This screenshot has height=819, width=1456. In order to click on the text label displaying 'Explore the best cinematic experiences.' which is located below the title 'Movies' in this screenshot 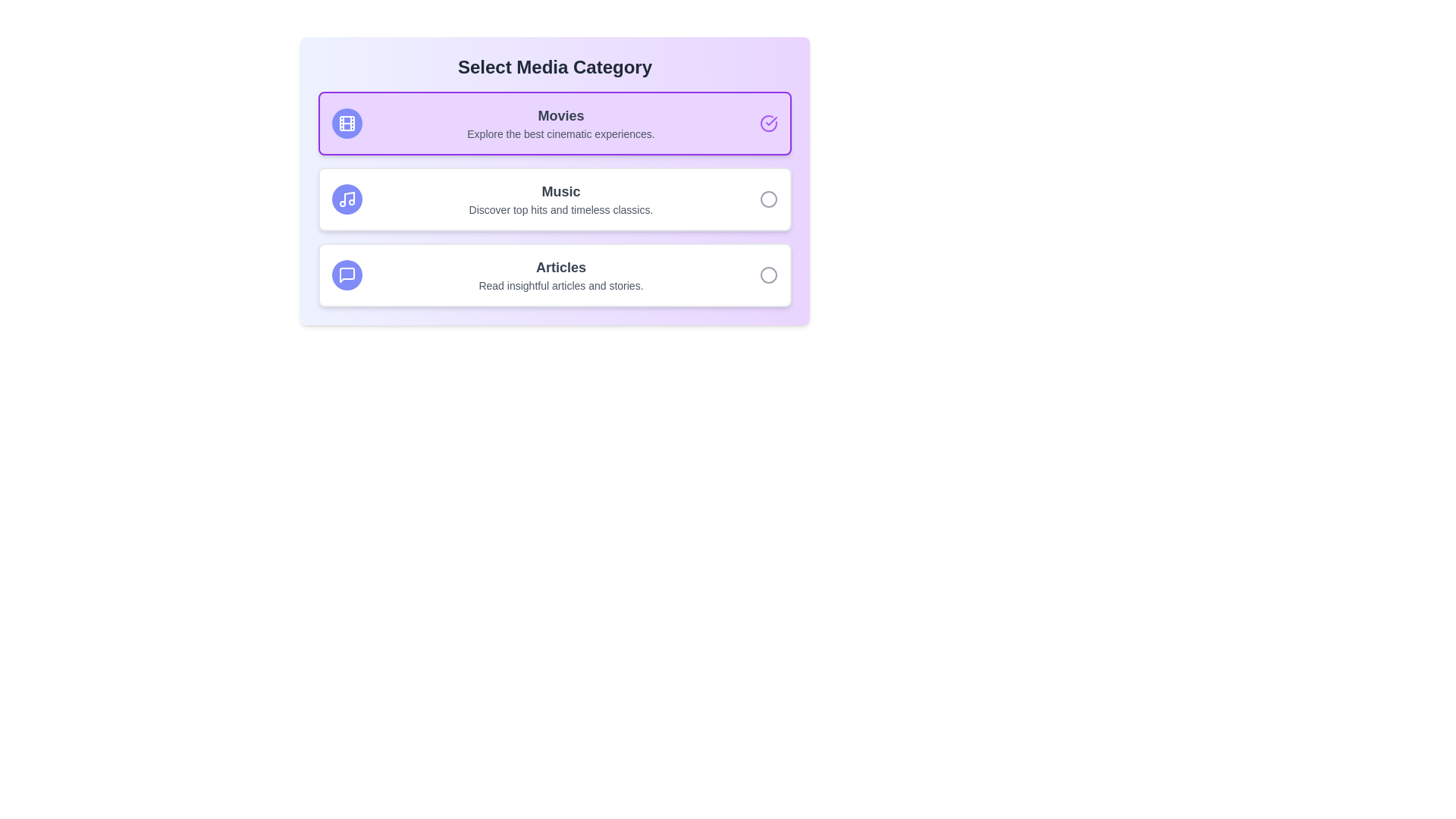, I will do `click(560, 133)`.